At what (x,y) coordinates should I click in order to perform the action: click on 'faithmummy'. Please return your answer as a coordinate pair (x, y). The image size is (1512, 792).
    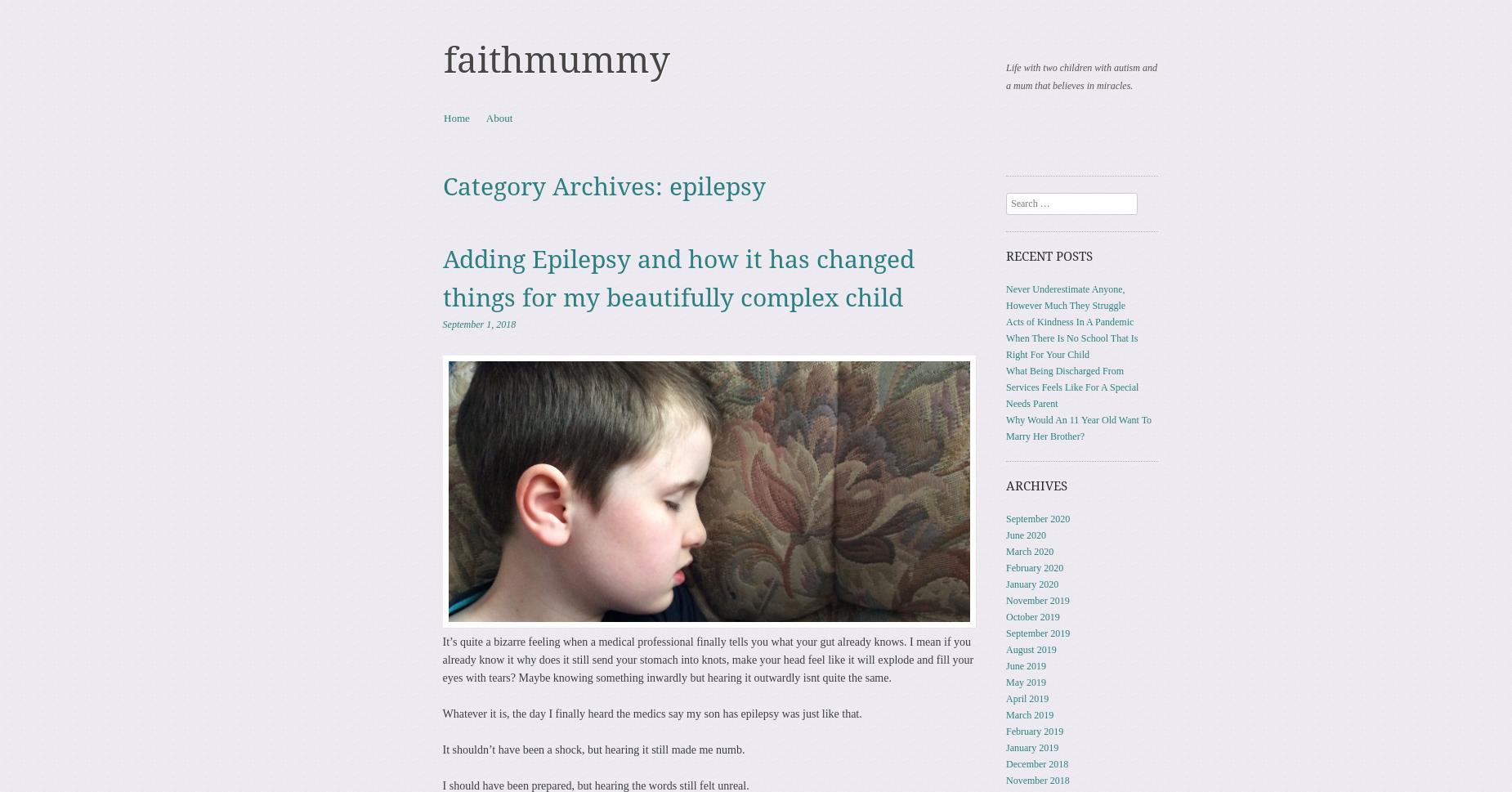
    Looking at the image, I should click on (557, 60).